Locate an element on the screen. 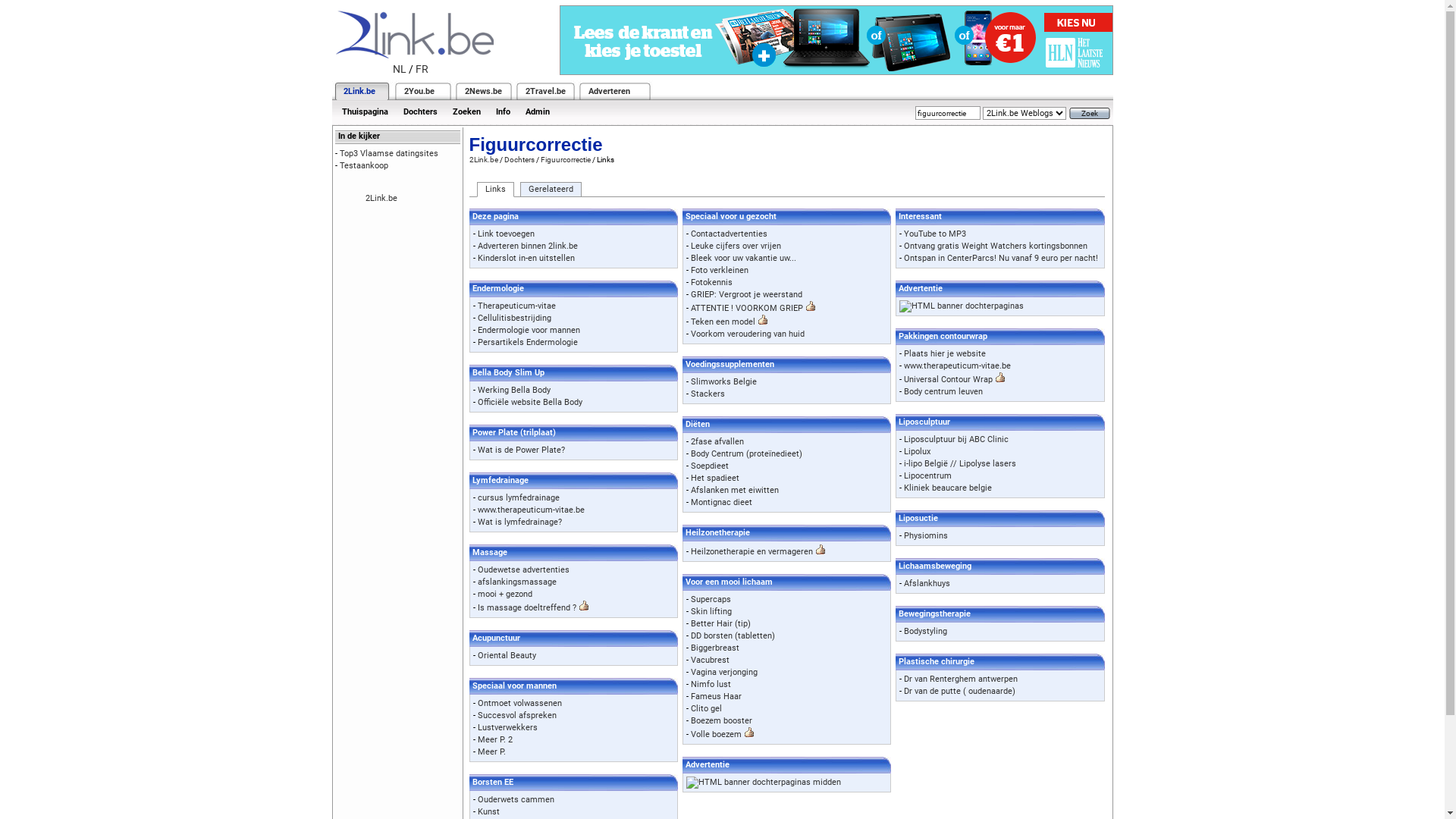  'Kliniek beaucare belgie' is located at coordinates (946, 488).